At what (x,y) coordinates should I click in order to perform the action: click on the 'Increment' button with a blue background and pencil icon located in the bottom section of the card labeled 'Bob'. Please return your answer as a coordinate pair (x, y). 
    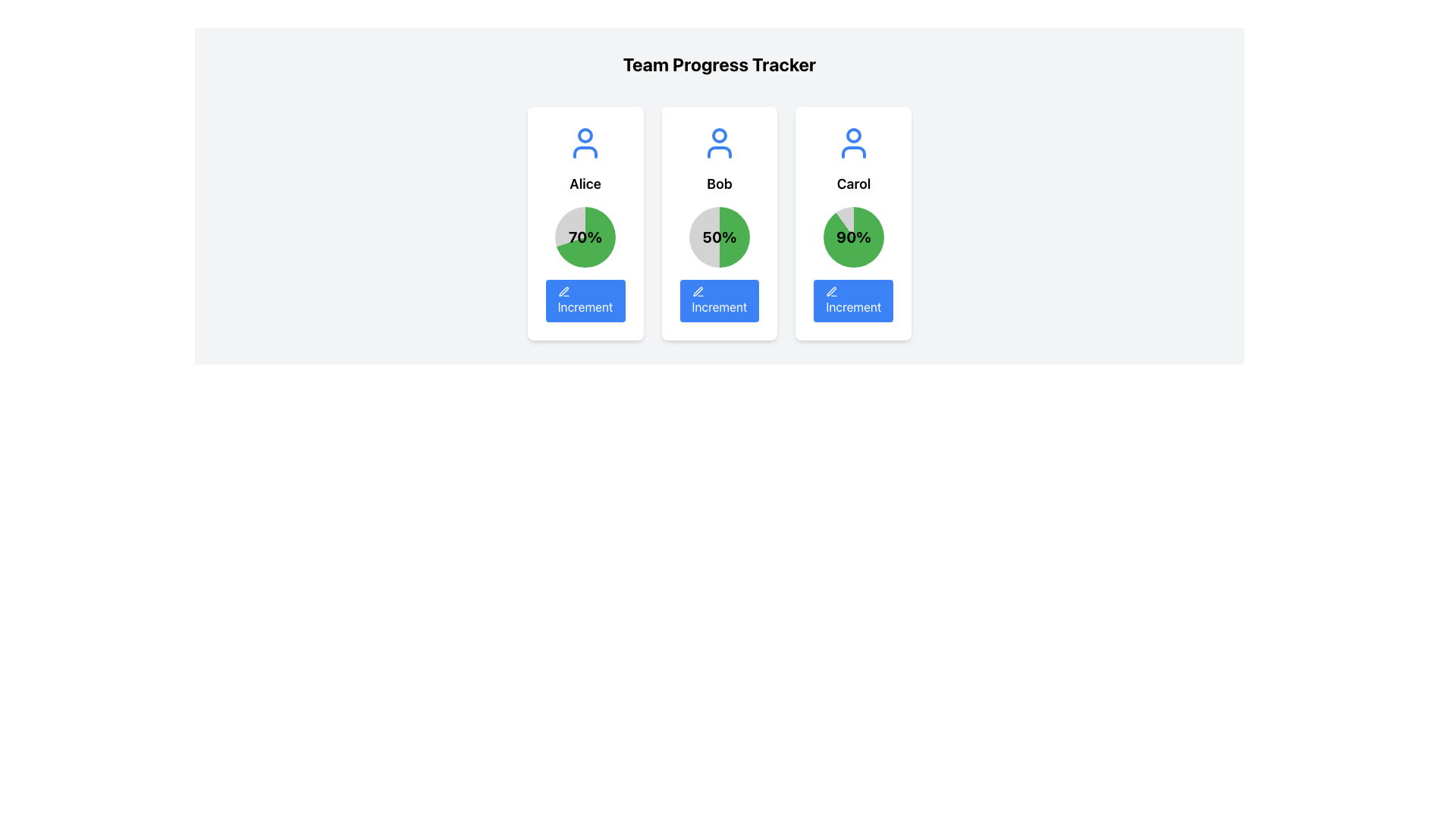
    Looking at the image, I should click on (719, 301).